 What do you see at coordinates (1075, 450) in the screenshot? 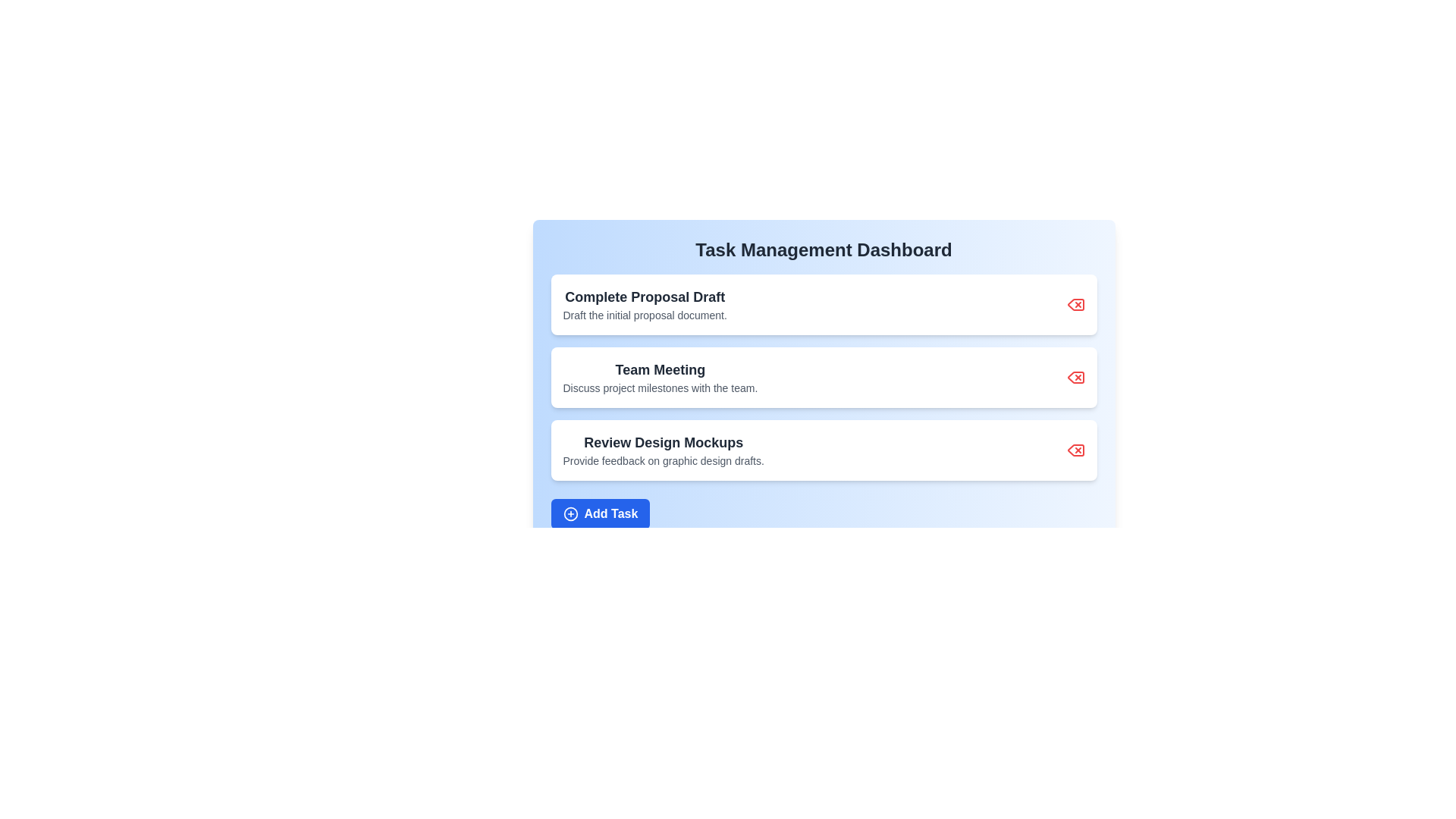
I see `delete button for the task with title 'Review Design Mockups'` at bounding box center [1075, 450].